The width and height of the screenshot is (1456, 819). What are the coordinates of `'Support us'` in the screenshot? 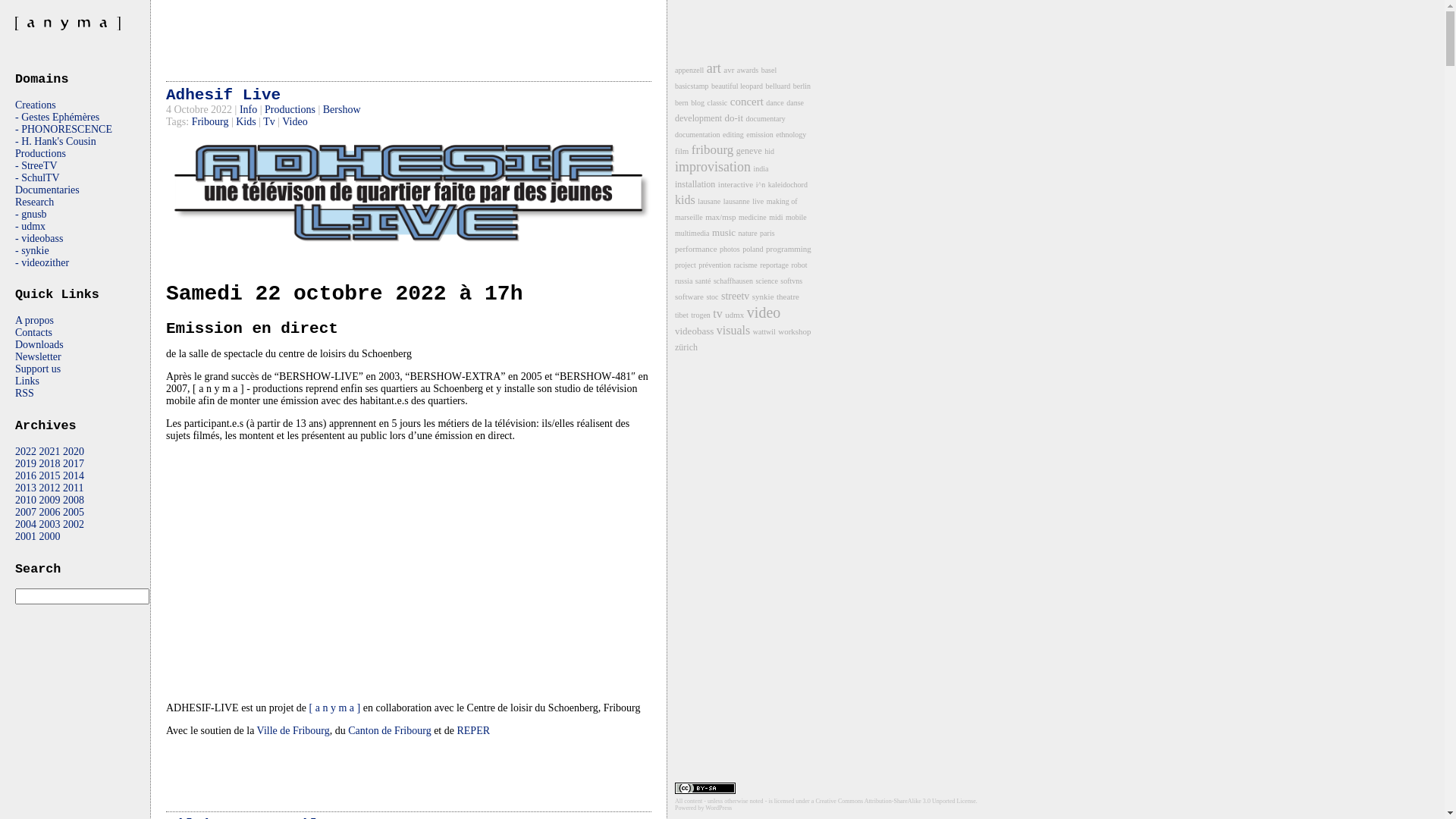 It's located at (37, 369).